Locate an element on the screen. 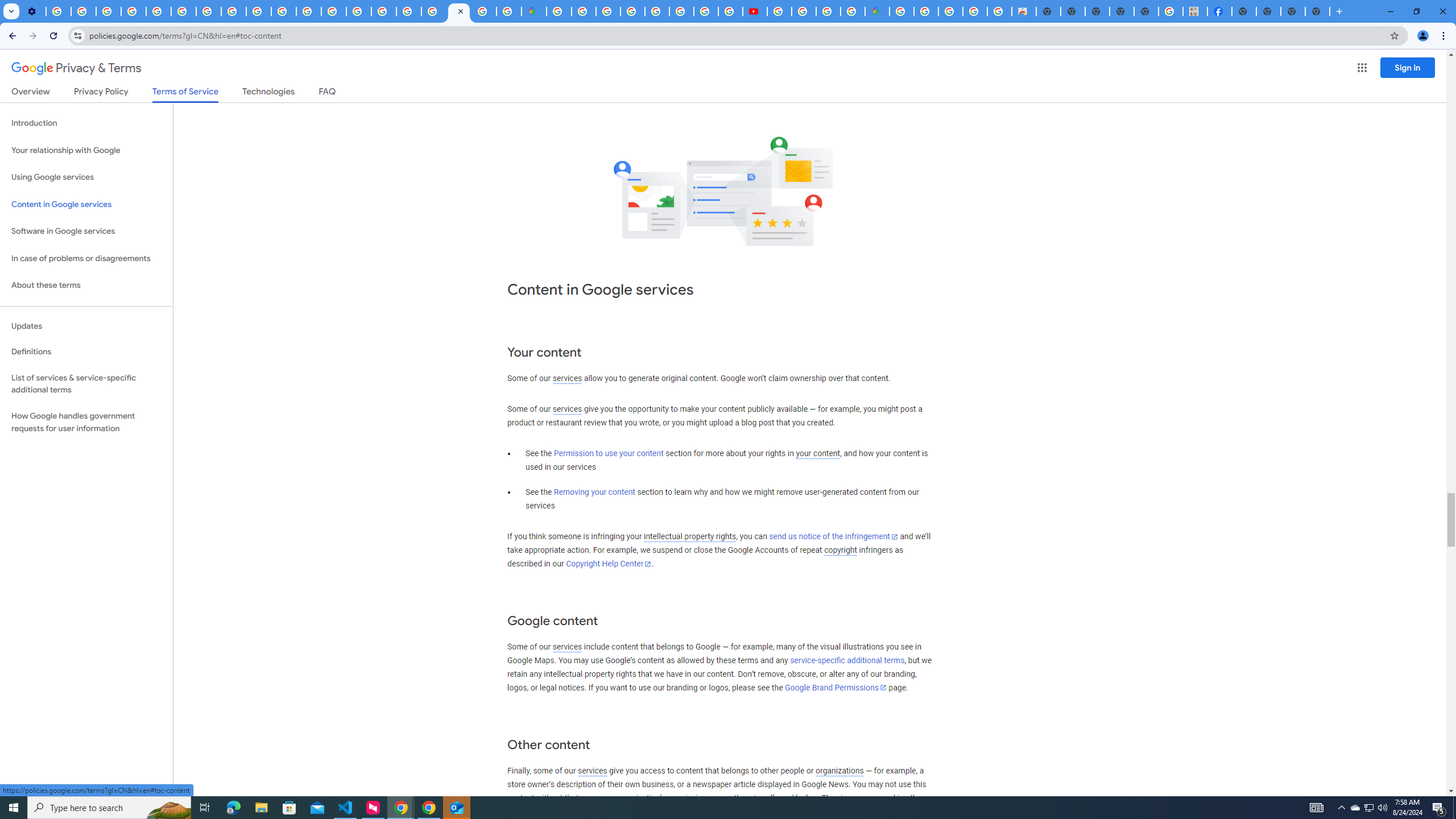  'New Tab' is located at coordinates (1243, 11).